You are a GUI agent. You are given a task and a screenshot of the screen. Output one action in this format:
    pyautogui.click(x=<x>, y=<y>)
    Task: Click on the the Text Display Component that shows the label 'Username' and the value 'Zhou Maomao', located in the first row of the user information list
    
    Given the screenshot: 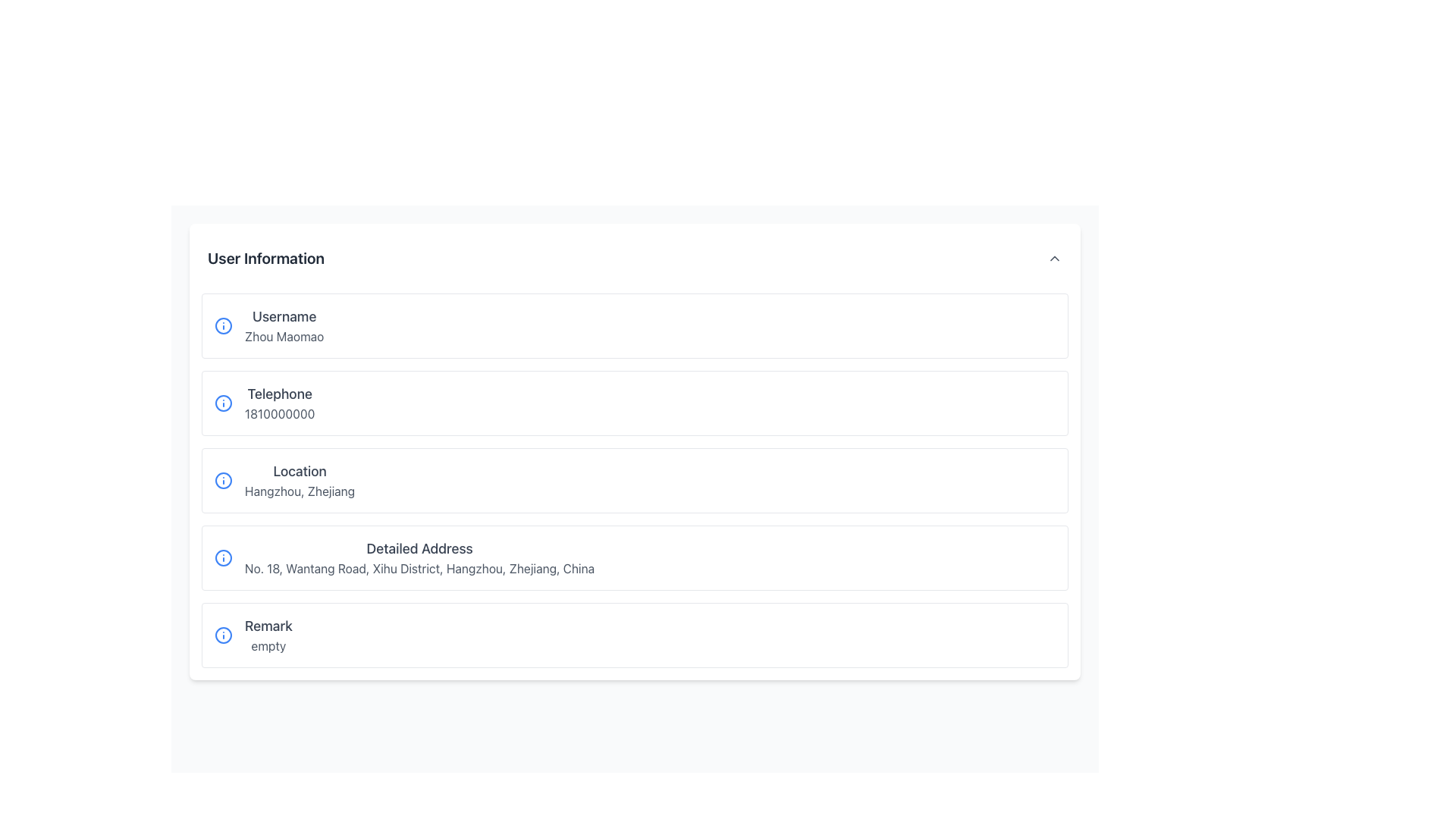 What is the action you would take?
    pyautogui.click(x=284, y=325)
    